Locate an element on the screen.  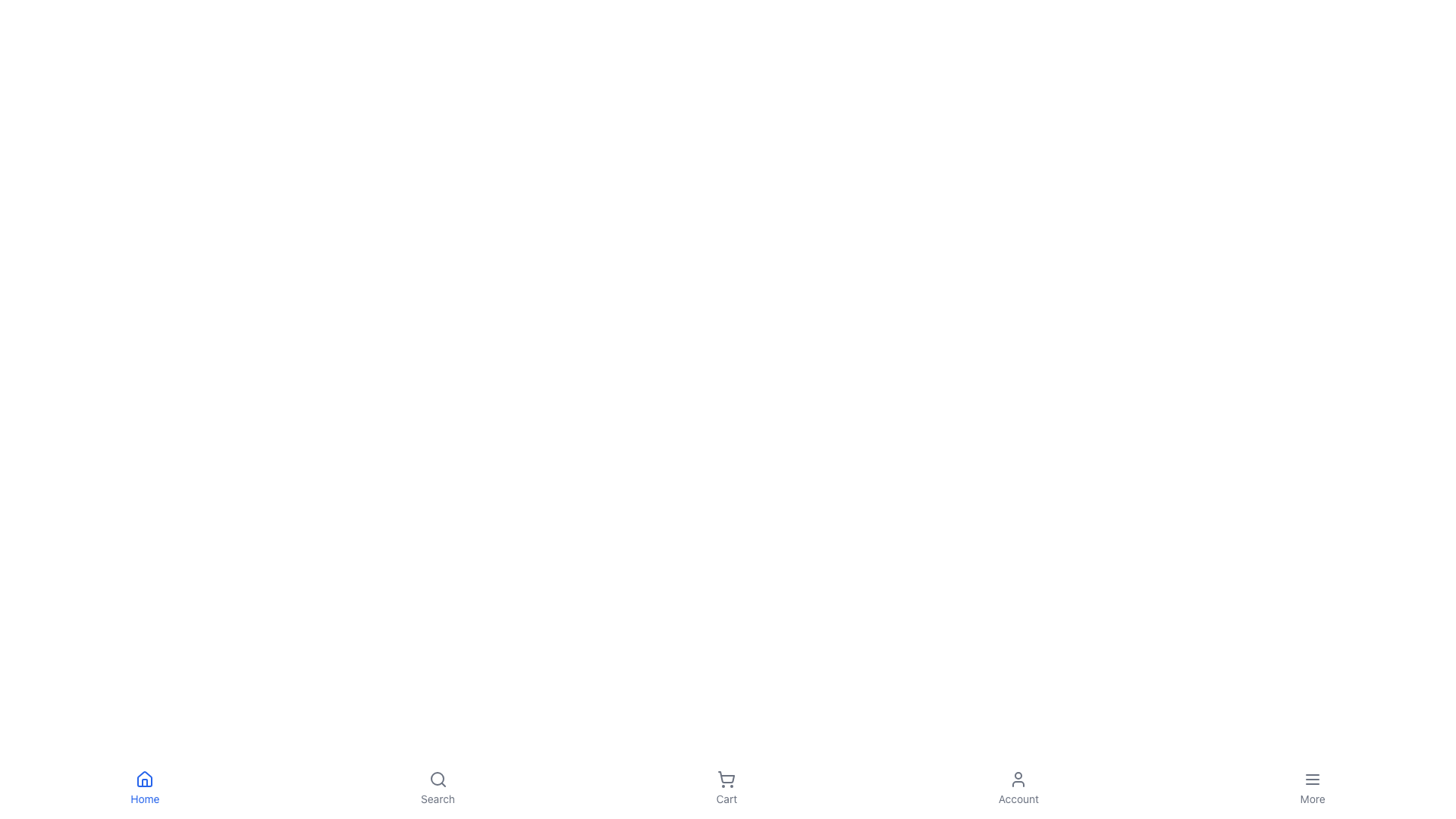
the 'Cart' text label located below the shopping cart icon in the navigation bar is located at coordinates (726, 798).